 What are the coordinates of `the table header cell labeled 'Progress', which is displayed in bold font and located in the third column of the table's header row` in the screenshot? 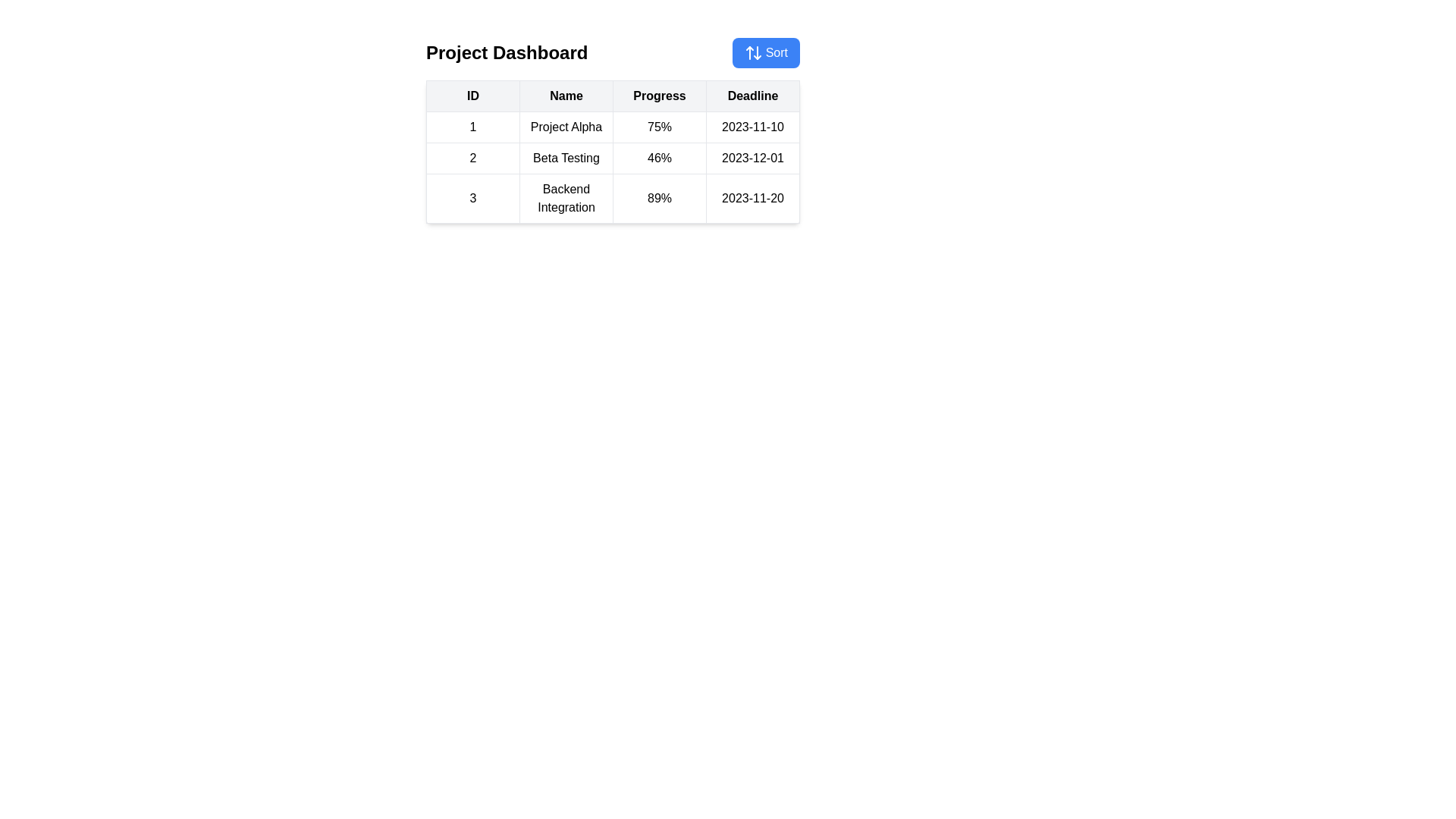 It's located at (659, 96).